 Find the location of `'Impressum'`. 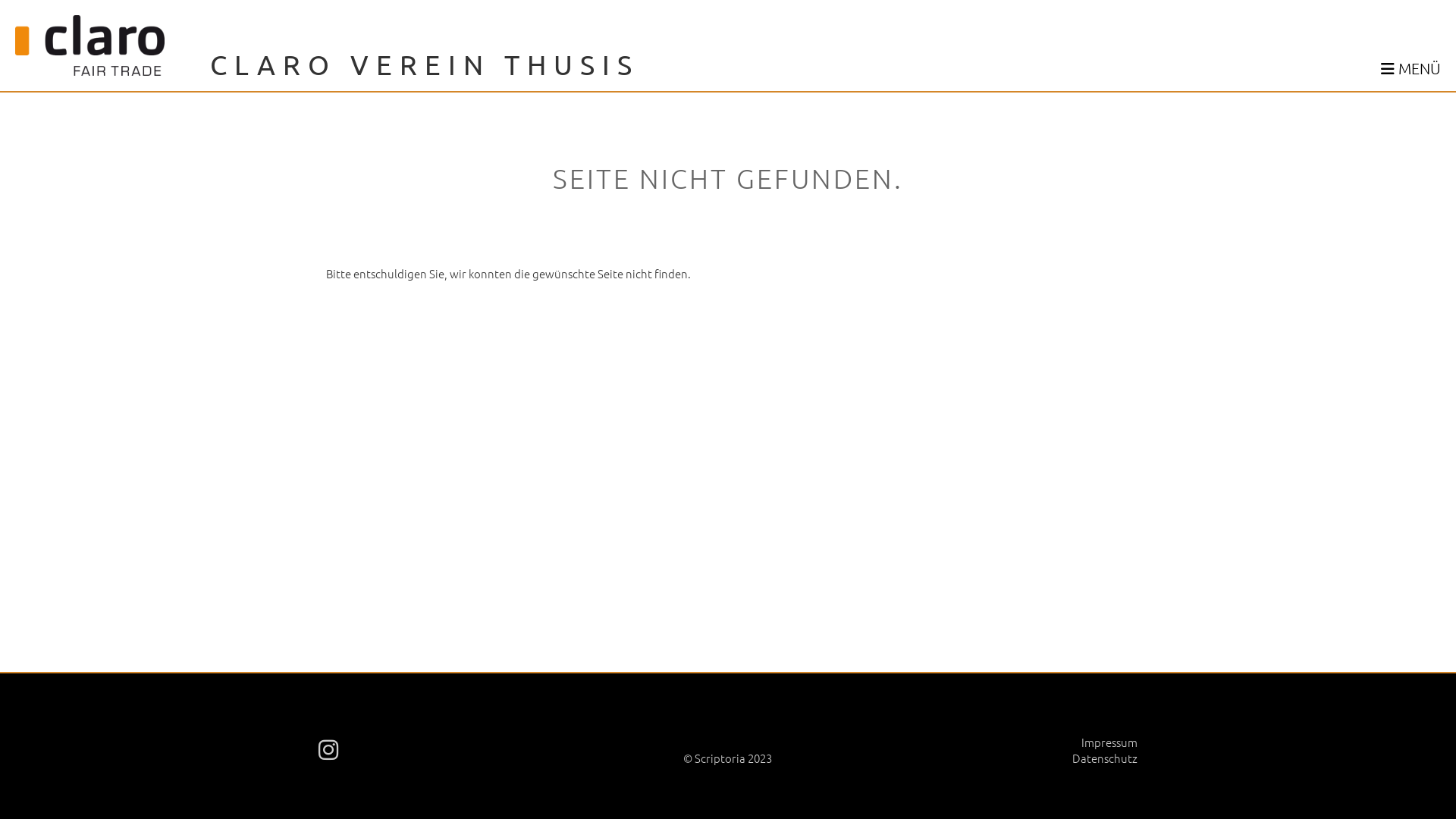

'Impressum' is located at coordinates (1109, 741).